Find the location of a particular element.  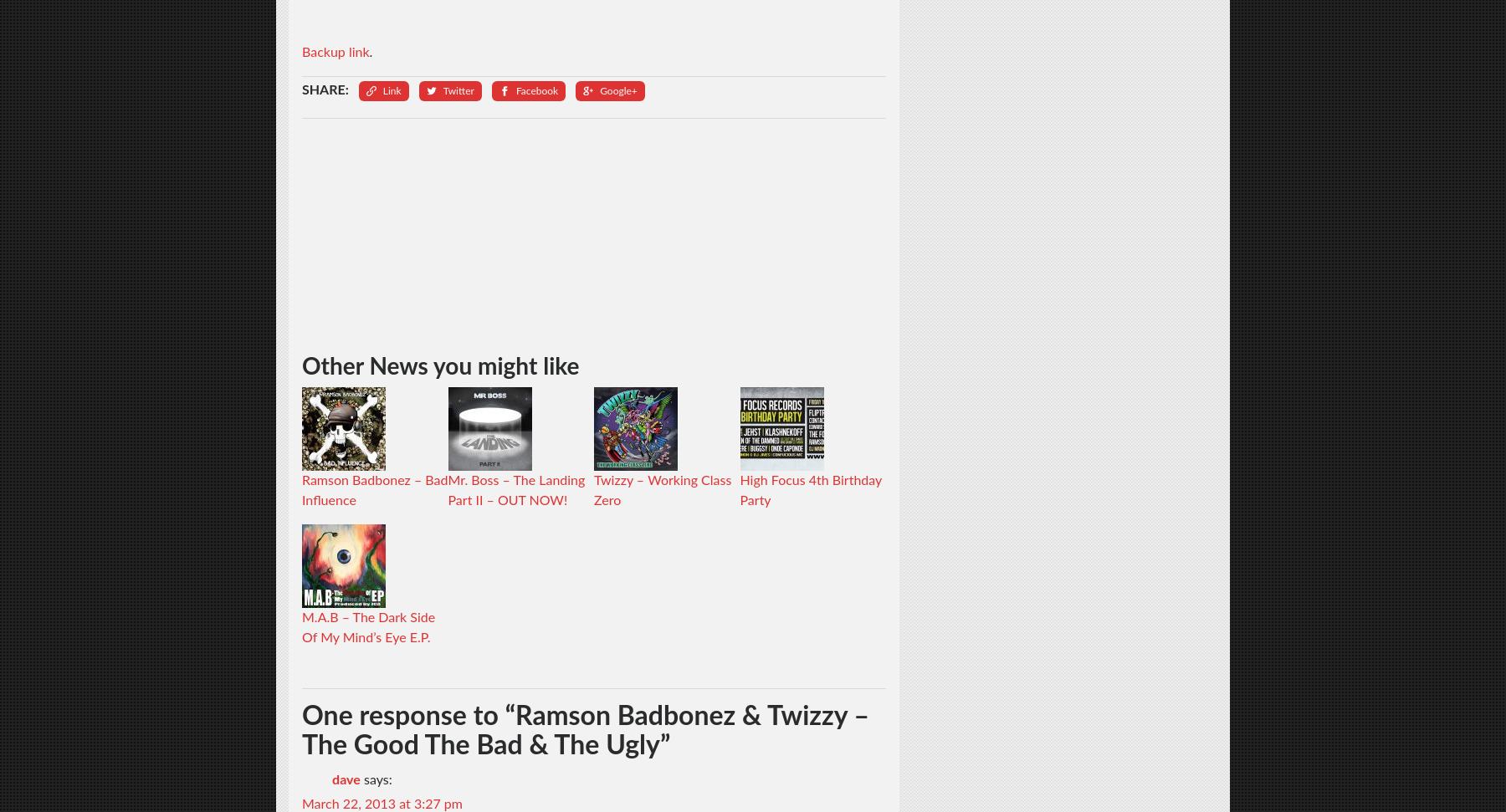

'High Focus 4th Birthday Party' is located at coordinates (809, 489).